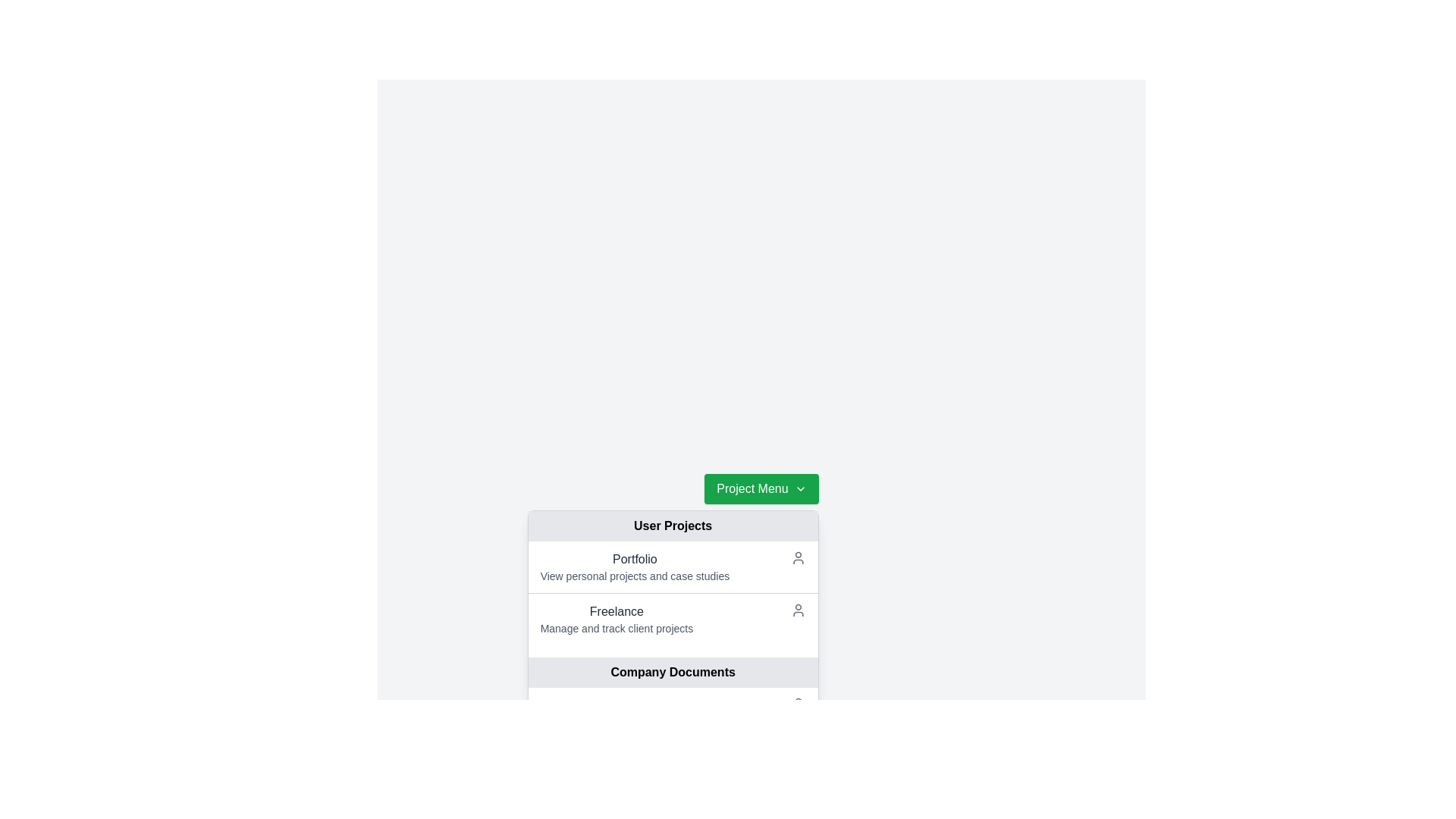 The width and height of the screenshot is (1456, 819). What do you see at coordinates (672, 567) in the screenshot?
I see `the 'Portfolio' list item, which is styled with a light background and contains a bolded title and user silhouette icon` at bounding box center [672, 567].